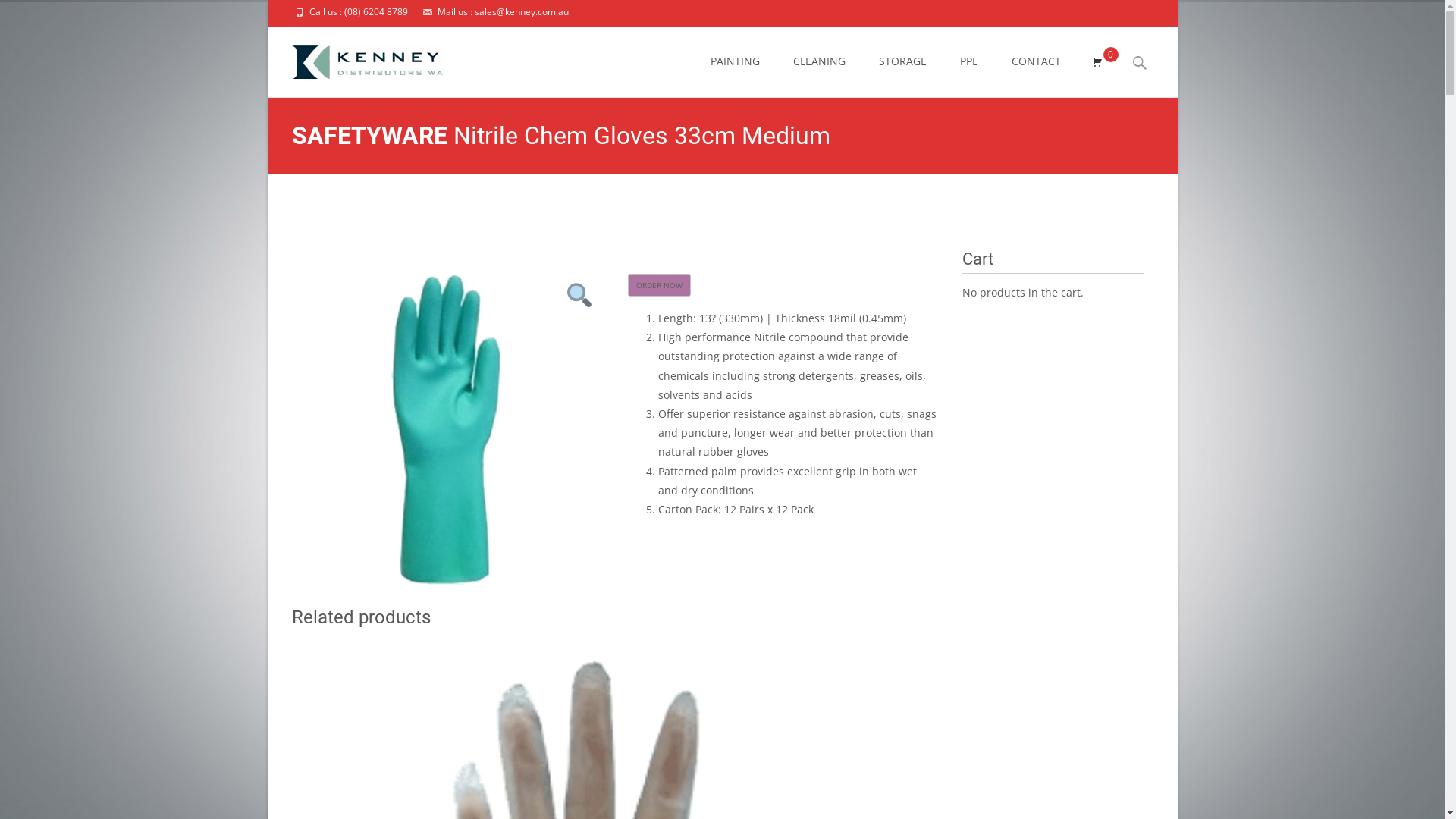  Describe the element at coordinates (872, 211) in the screenshot. I see `'GLOVES'` at that location.